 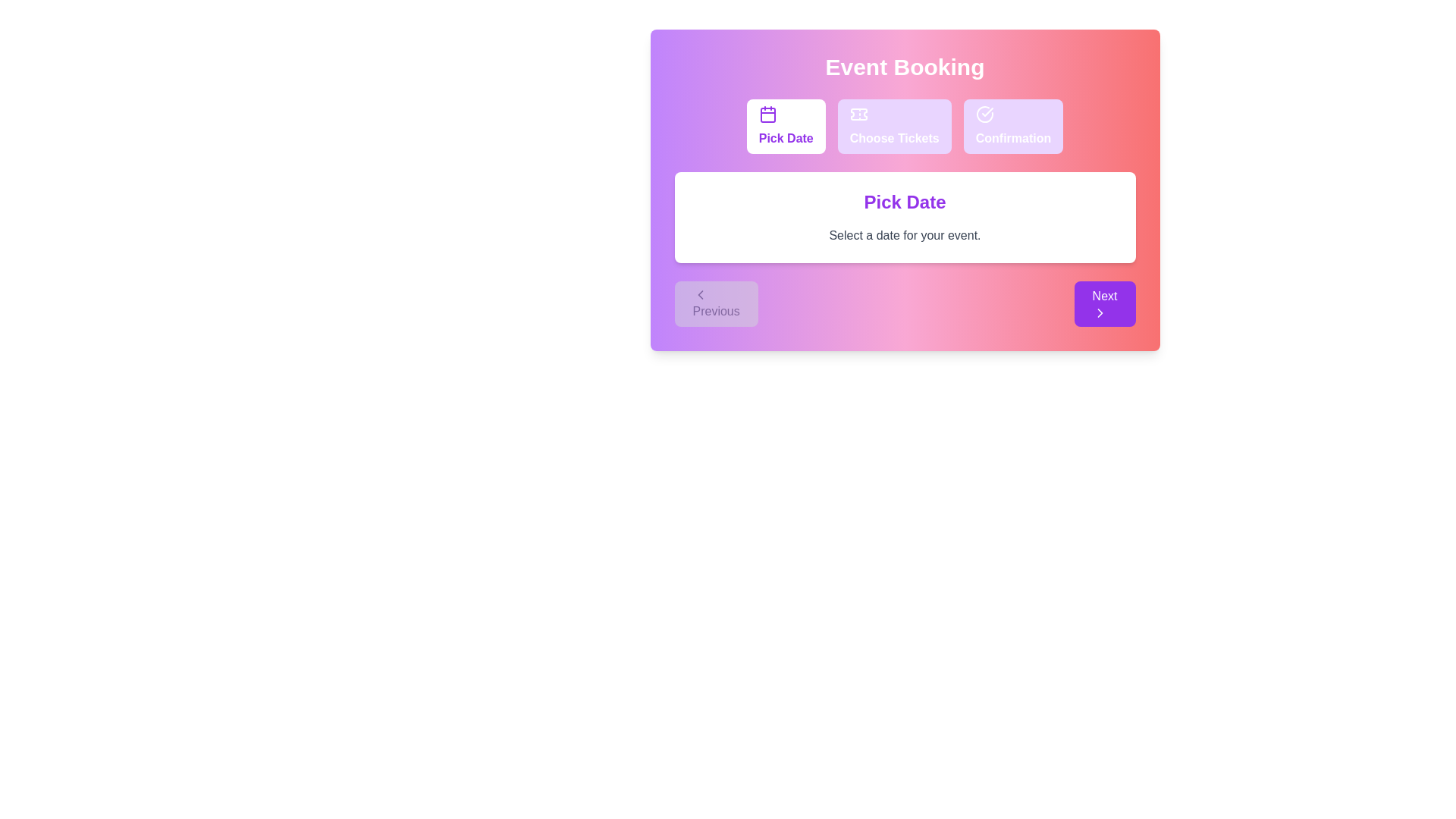 What do you see at coordinates (1100, 312) in the screenshot?
I see `the 'Next' button which contains the right-facing chevron icon` at bounding box center [1100, 312].